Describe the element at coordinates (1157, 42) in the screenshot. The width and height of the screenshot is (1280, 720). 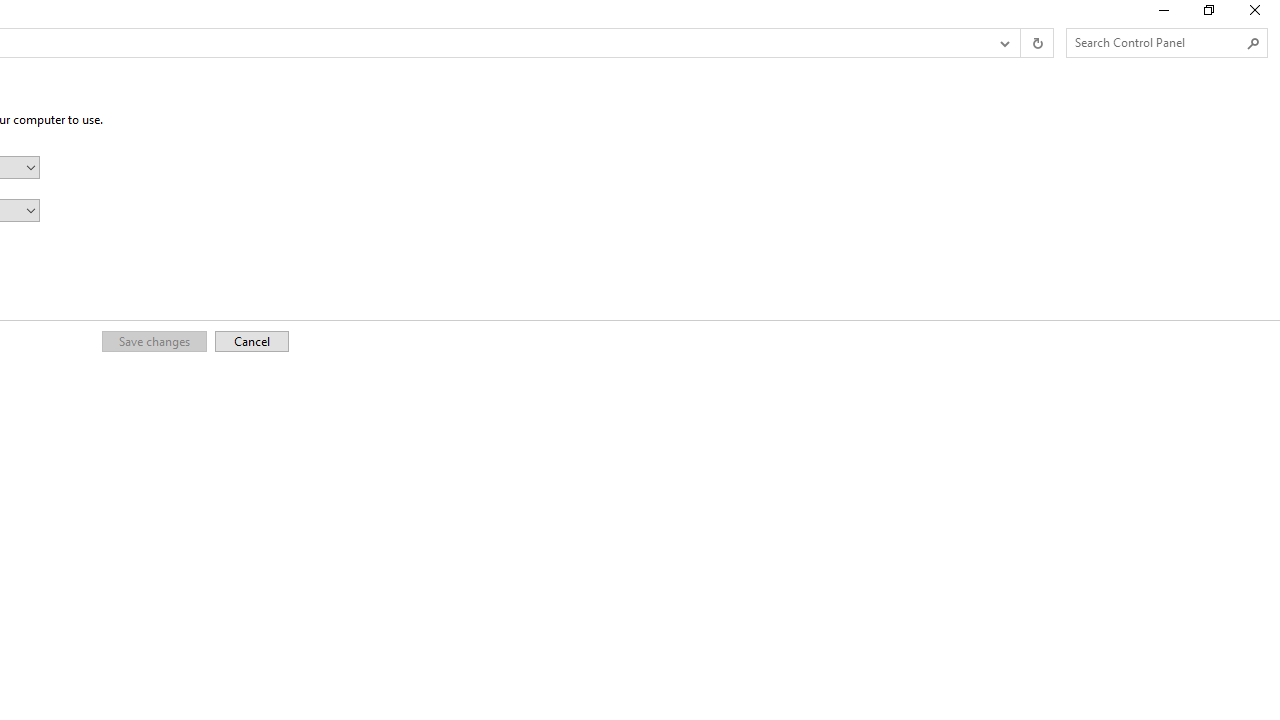
I see `'Search Box'` at that location.